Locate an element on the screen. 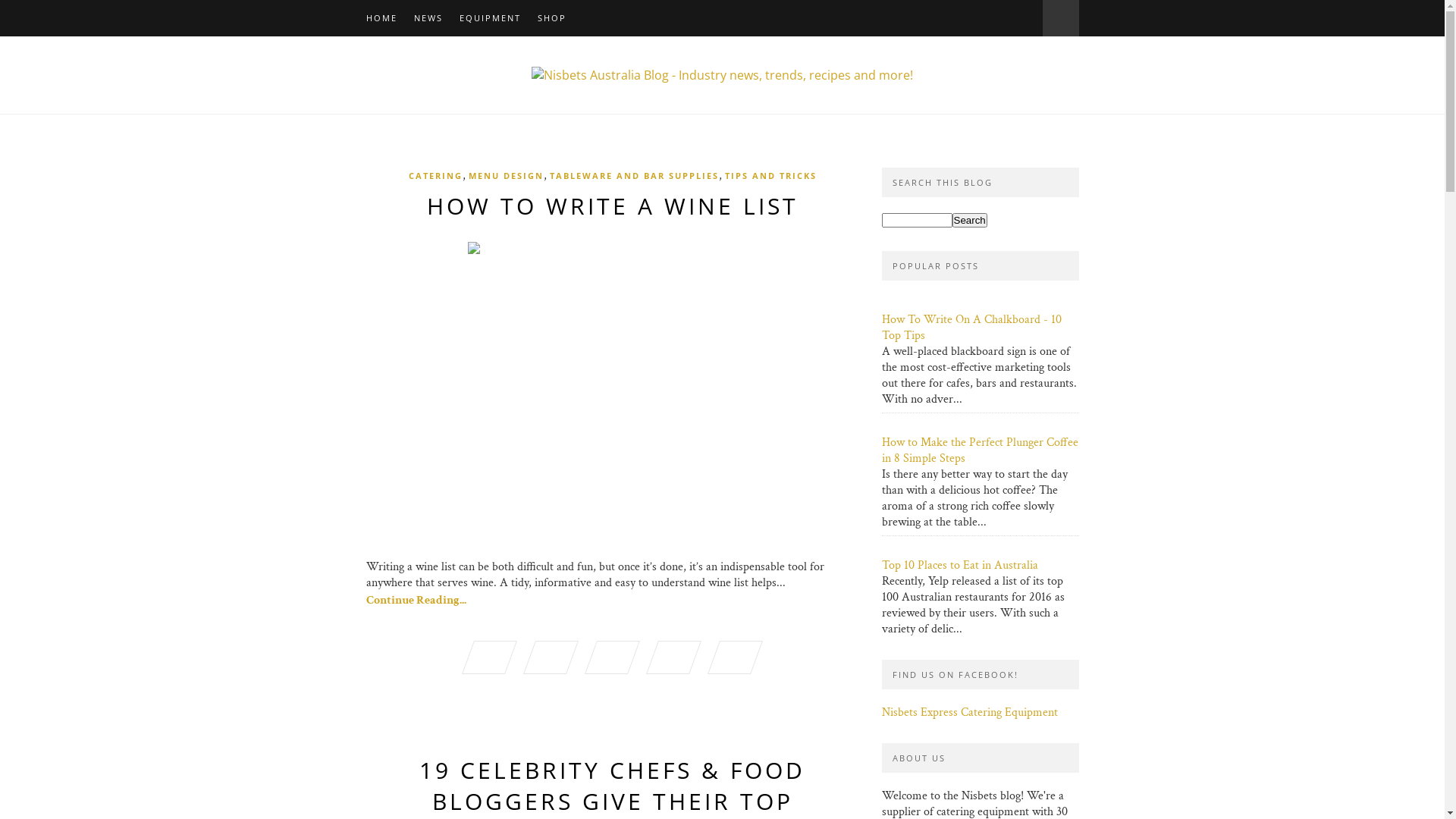 This screenshot has height=819, width=1456. 'Nisbets Express Catering Equipment' is located at coordinates (968, 712).